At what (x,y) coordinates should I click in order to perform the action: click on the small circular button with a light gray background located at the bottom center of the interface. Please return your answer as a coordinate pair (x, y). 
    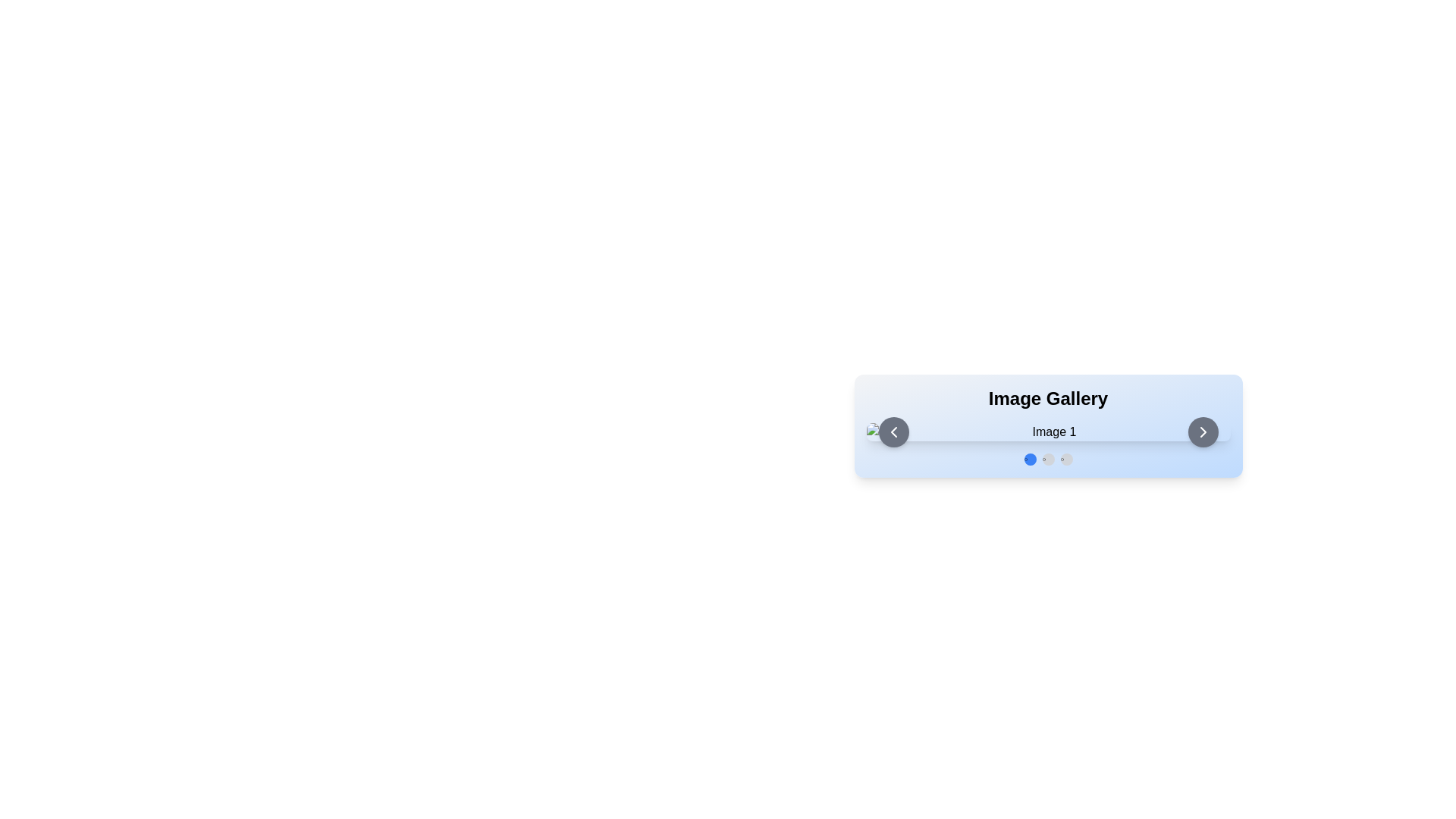
    Looking at the image, I should click on (1047, 458).